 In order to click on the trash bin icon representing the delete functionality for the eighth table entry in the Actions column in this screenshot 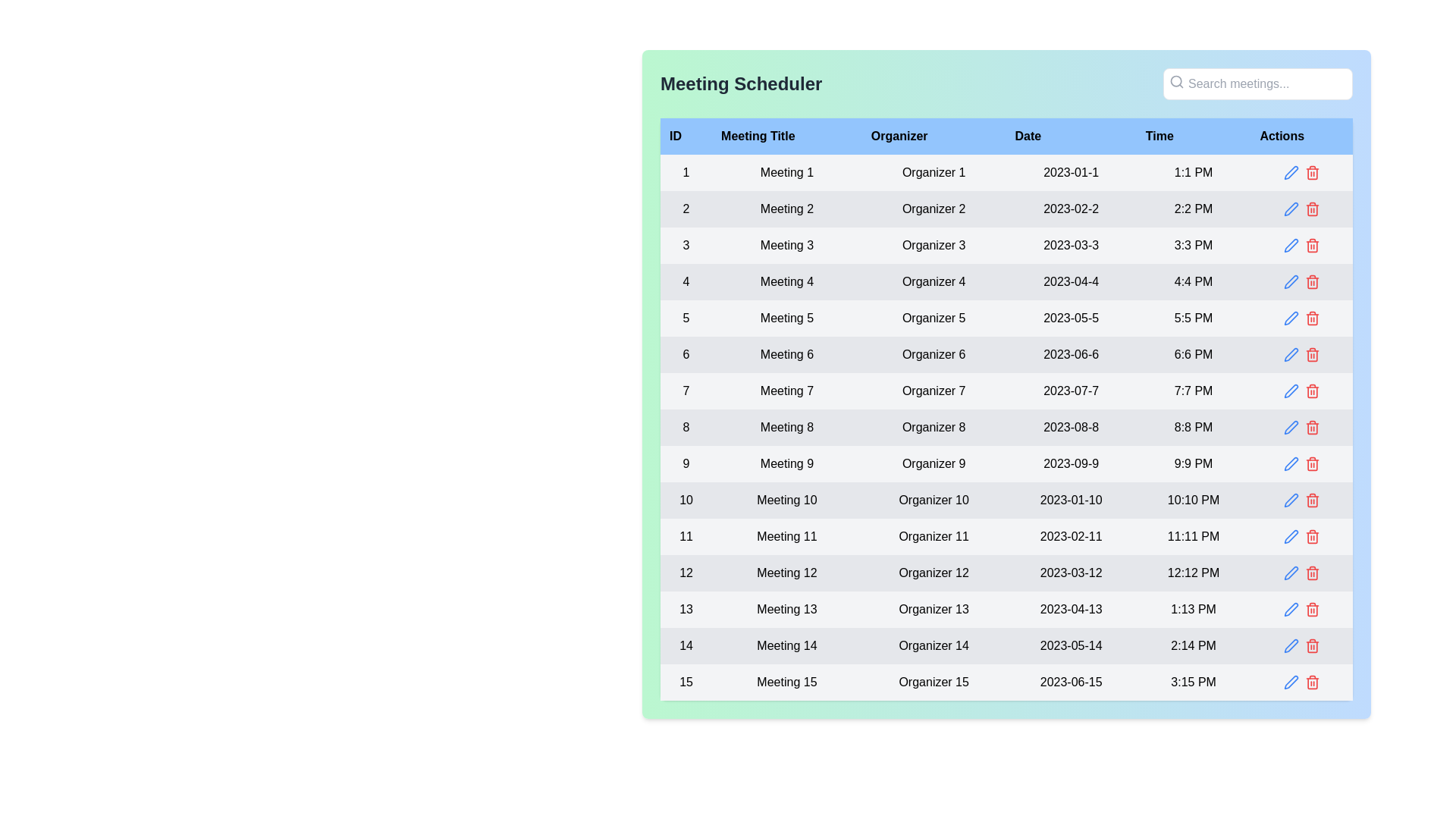, I will do `click(1311, 428)`.